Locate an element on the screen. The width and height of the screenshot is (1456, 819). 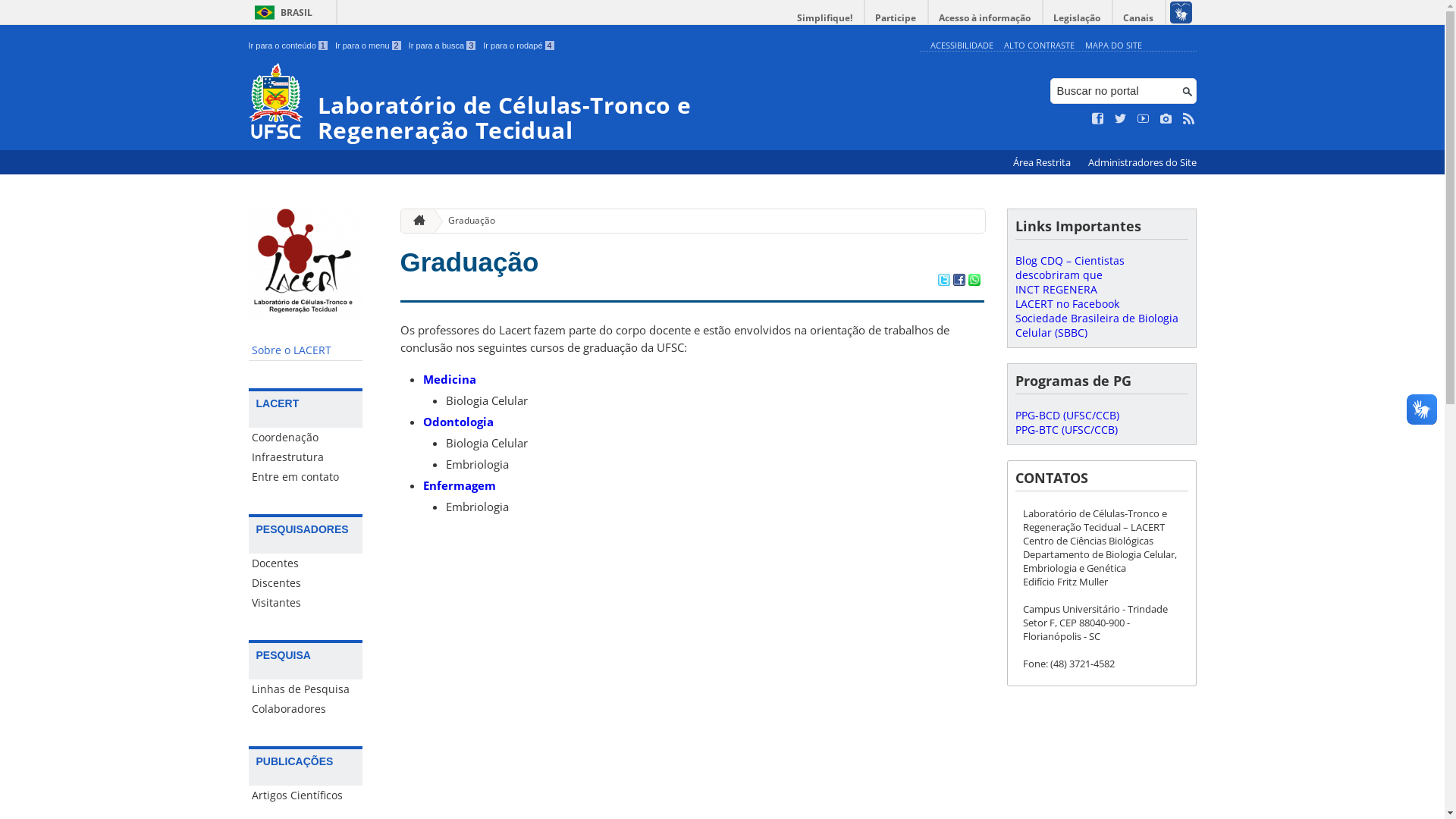
'Linhas de Pesquisa' is located at coordinates (305, 689).